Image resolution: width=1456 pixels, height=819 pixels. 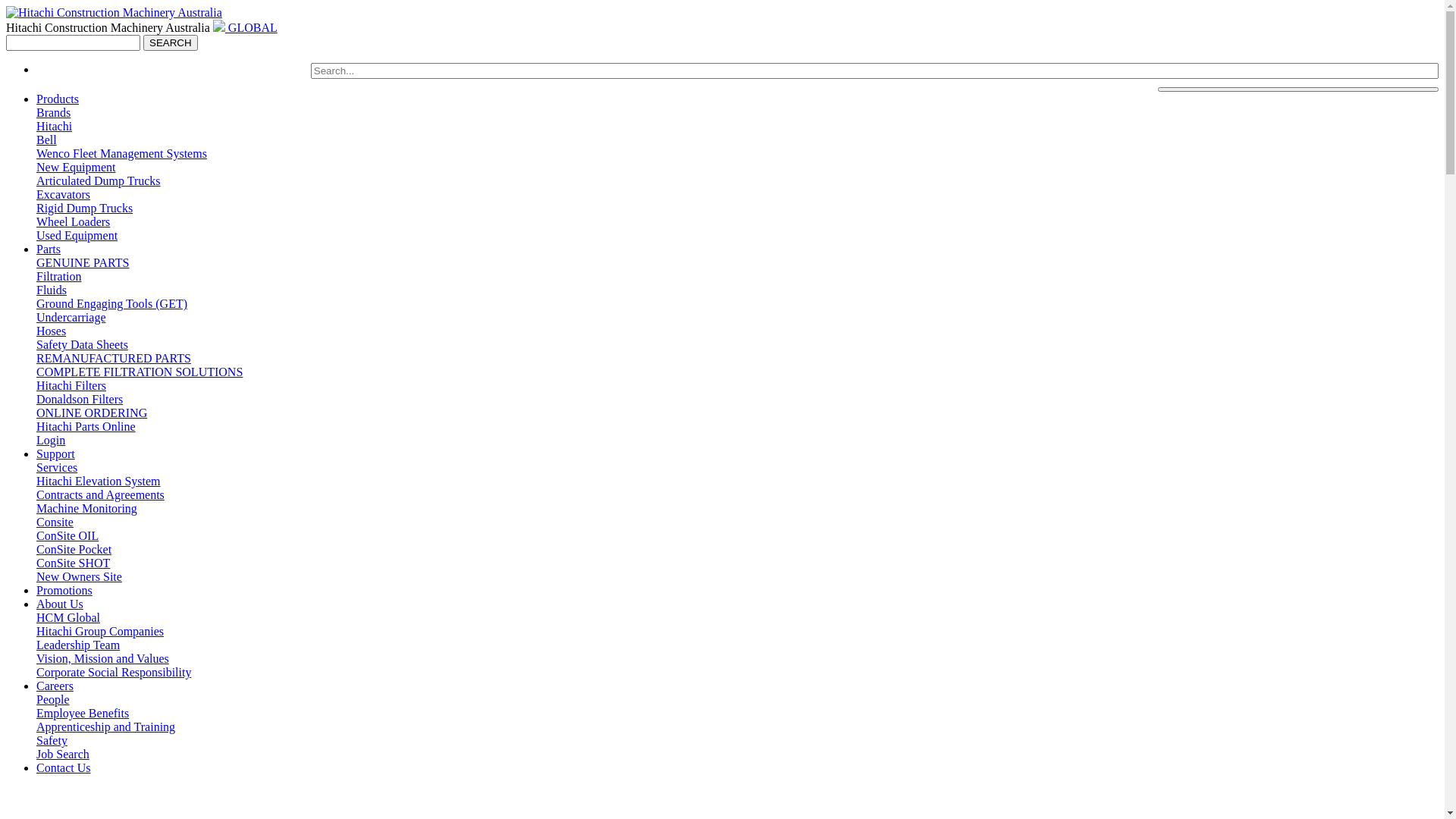 I want to click on 'Support', so click(x=55, y=453).